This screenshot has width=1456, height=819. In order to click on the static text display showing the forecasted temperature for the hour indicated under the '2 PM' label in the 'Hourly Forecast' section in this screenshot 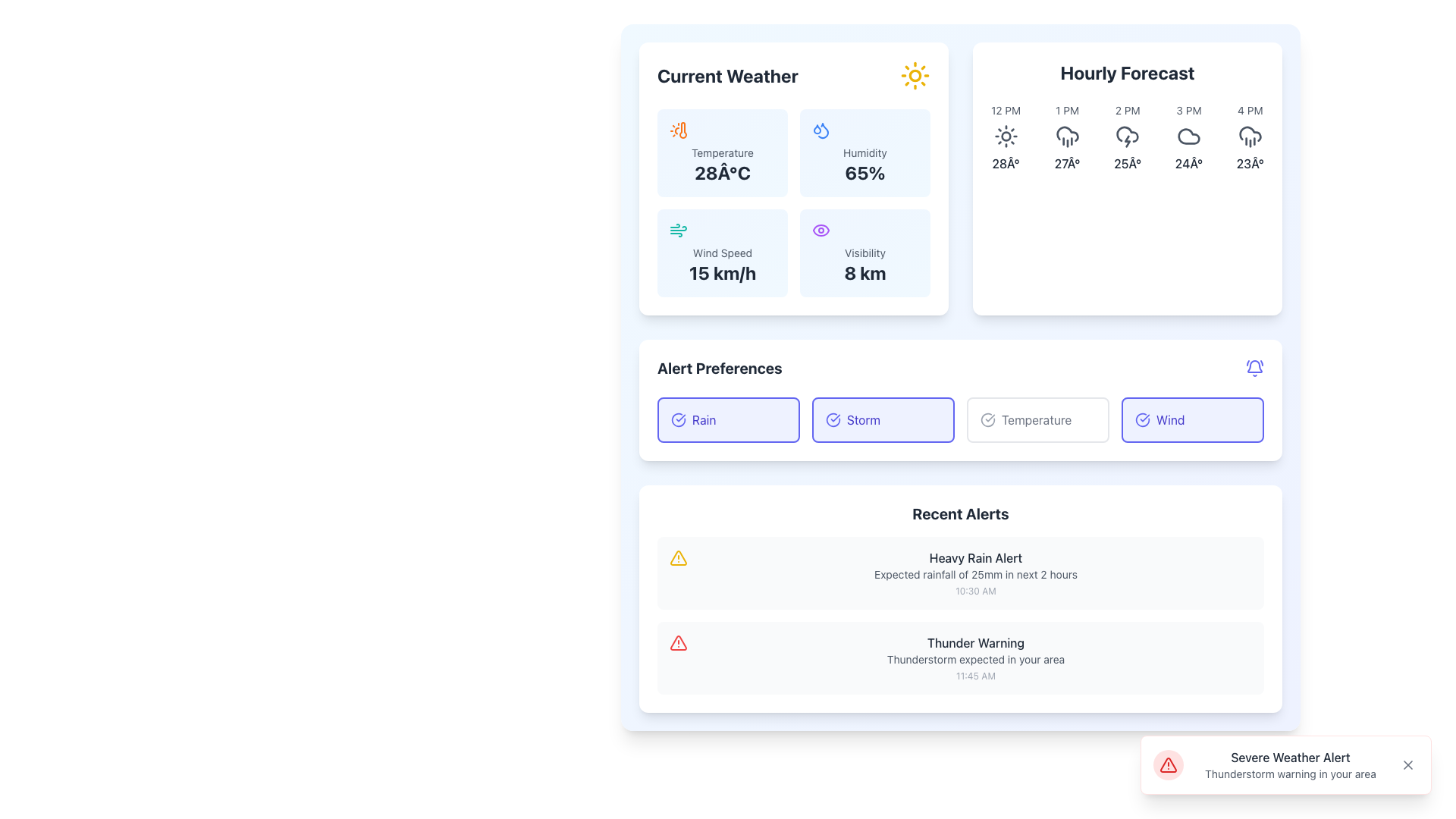, I will do `click(1128, 164)`.